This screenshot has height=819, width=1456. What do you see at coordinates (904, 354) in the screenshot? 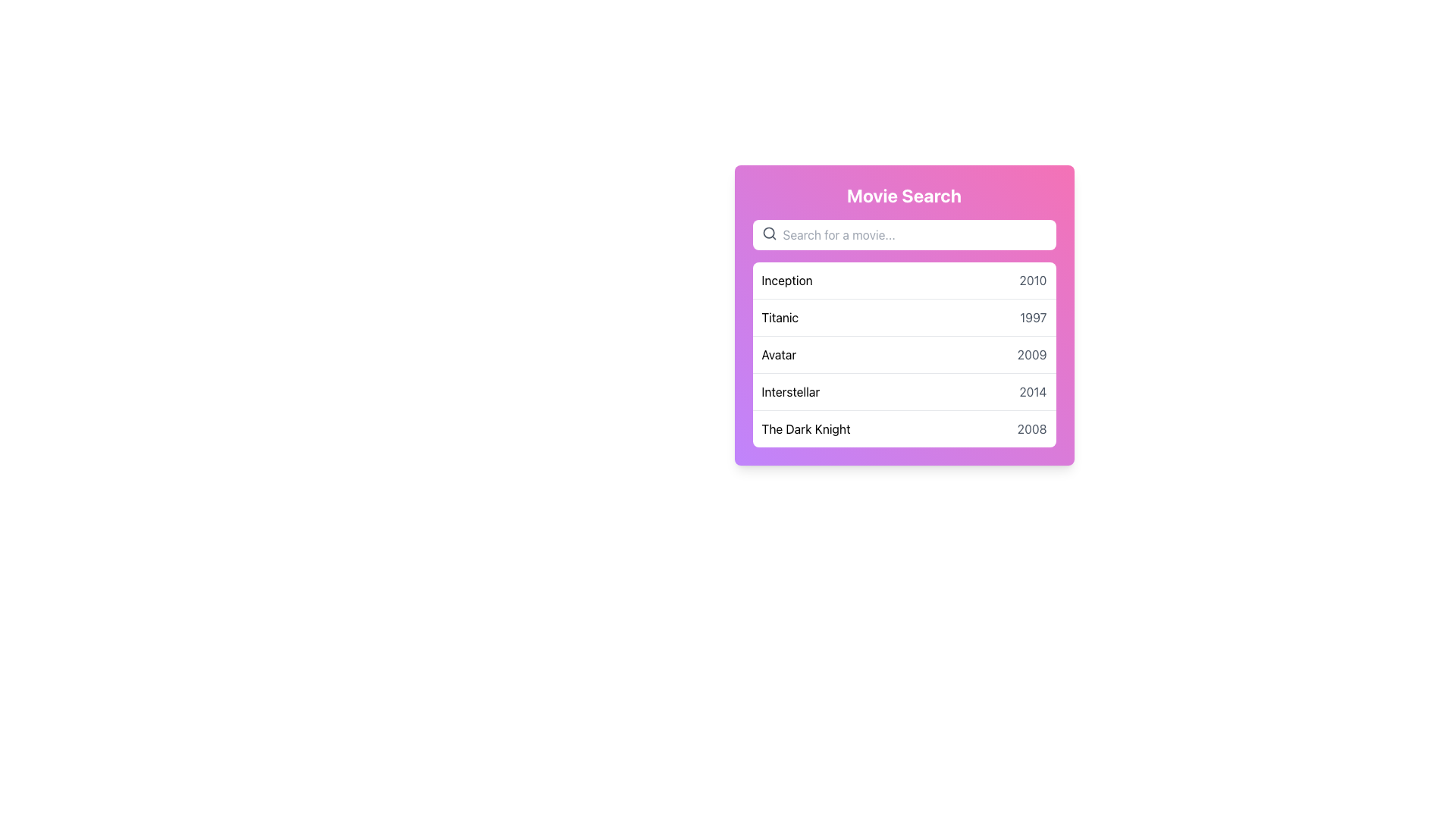
I see `the third selectable list item displaying the movie title 'Avatar' and its release year '2009' to change its background color` at bounding box center [904, 354].